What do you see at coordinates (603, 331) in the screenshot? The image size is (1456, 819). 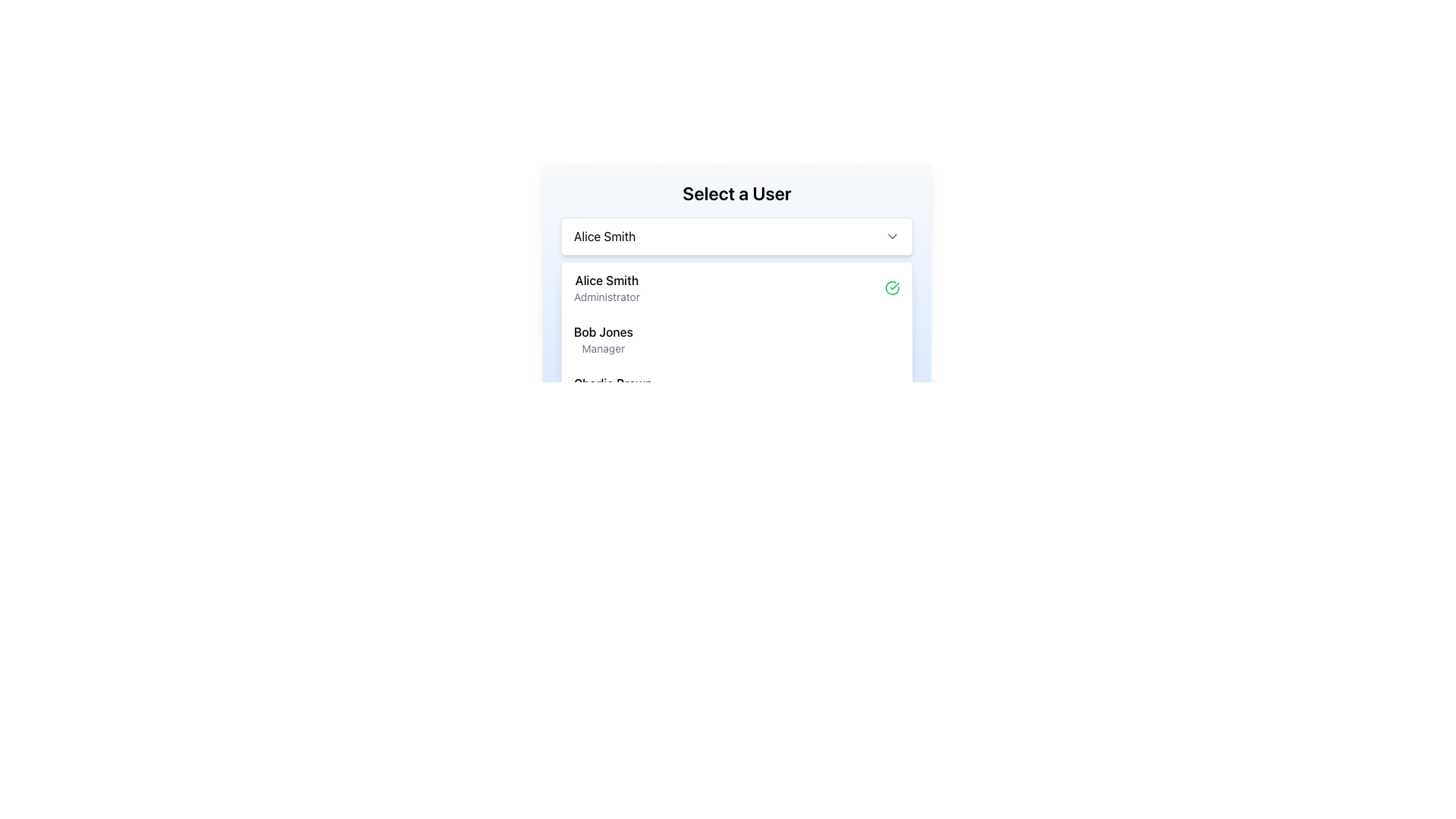 I see `the user name text label displaying 'Bob Jones' to highlight it` at bounding box center [603, 331].